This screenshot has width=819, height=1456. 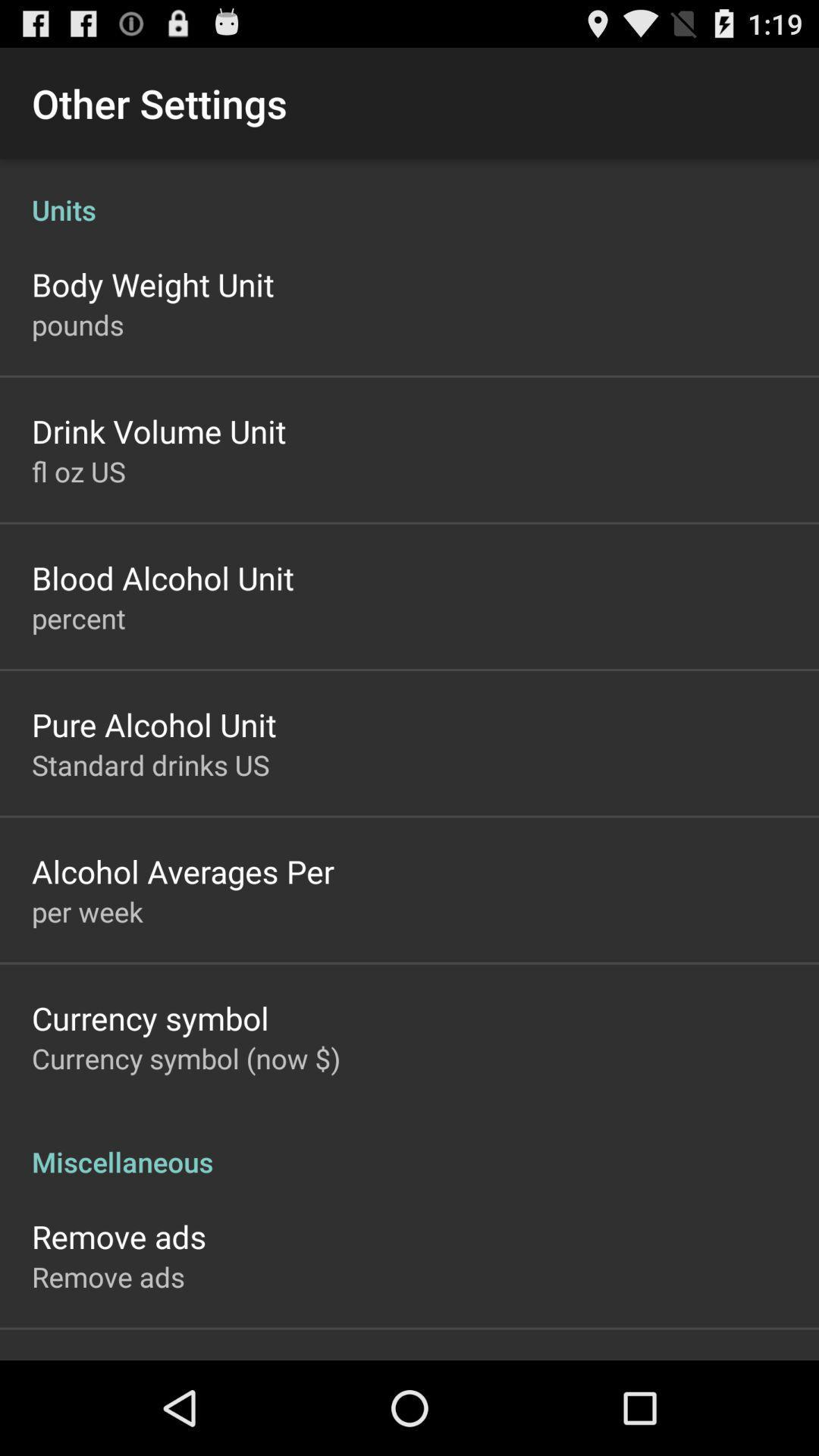 I want to click on the miscellaneous icon, so click(x=409, y=1146).